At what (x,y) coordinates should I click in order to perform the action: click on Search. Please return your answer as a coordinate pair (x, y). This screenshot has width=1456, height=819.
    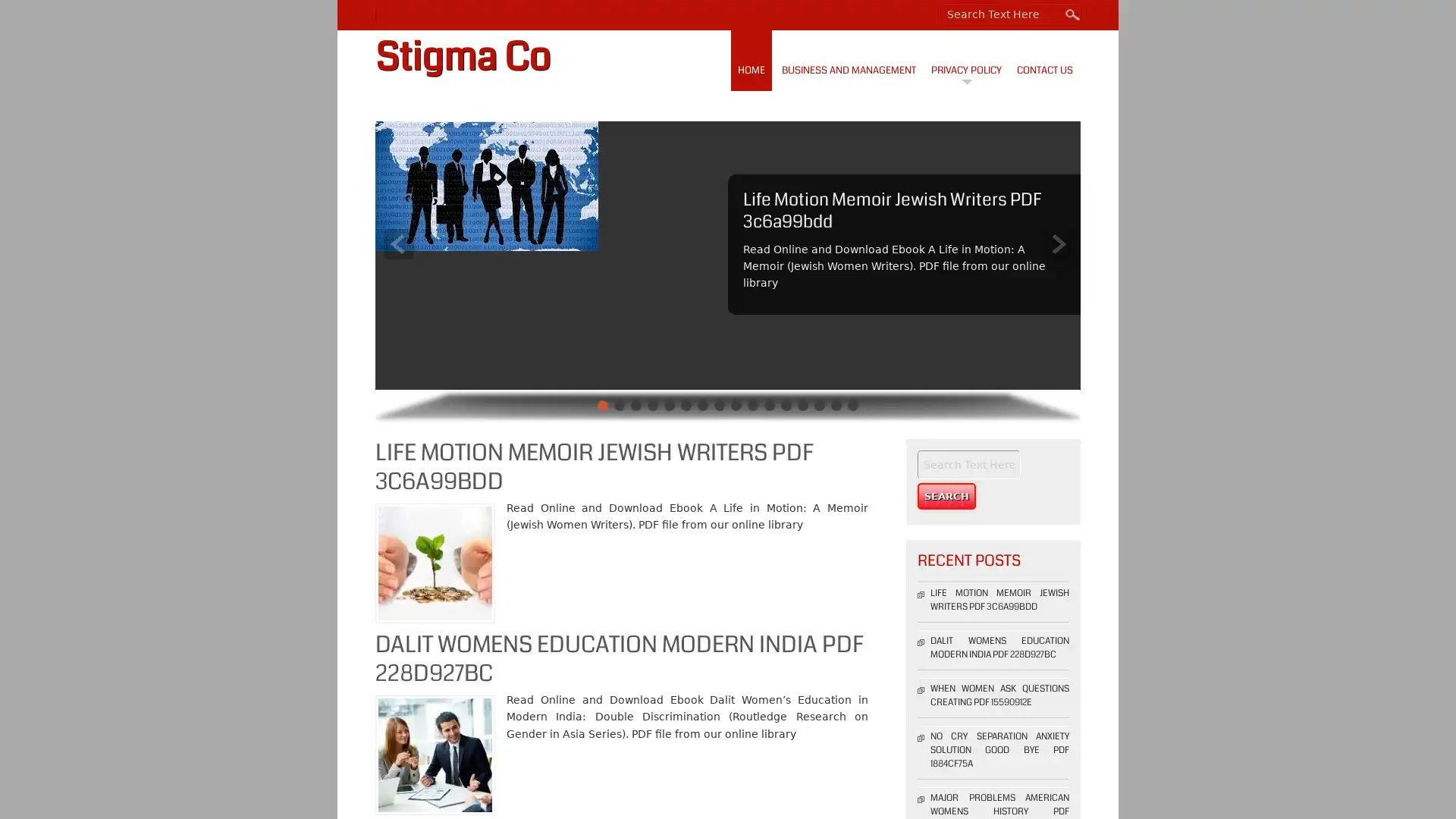
    Looking at the image, I should click on (946, 496).